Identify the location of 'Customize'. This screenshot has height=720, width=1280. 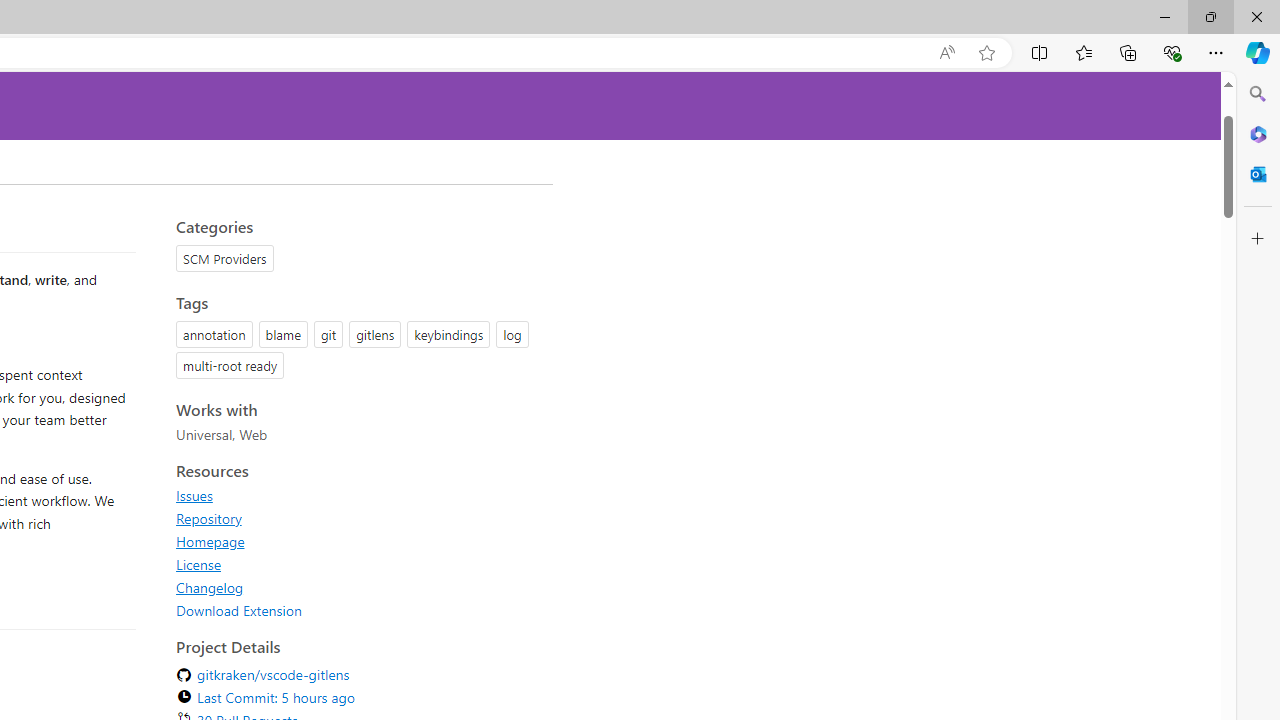
(1257, 238).